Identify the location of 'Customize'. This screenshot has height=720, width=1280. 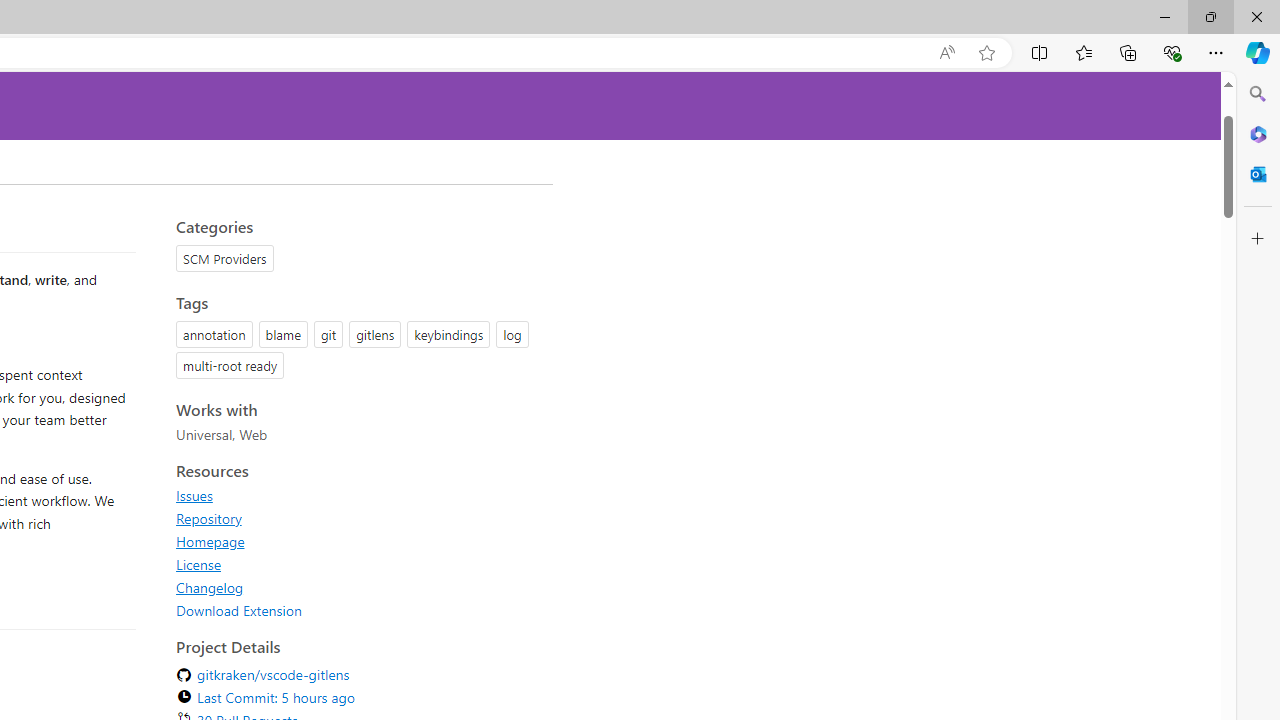
(1257, 238).